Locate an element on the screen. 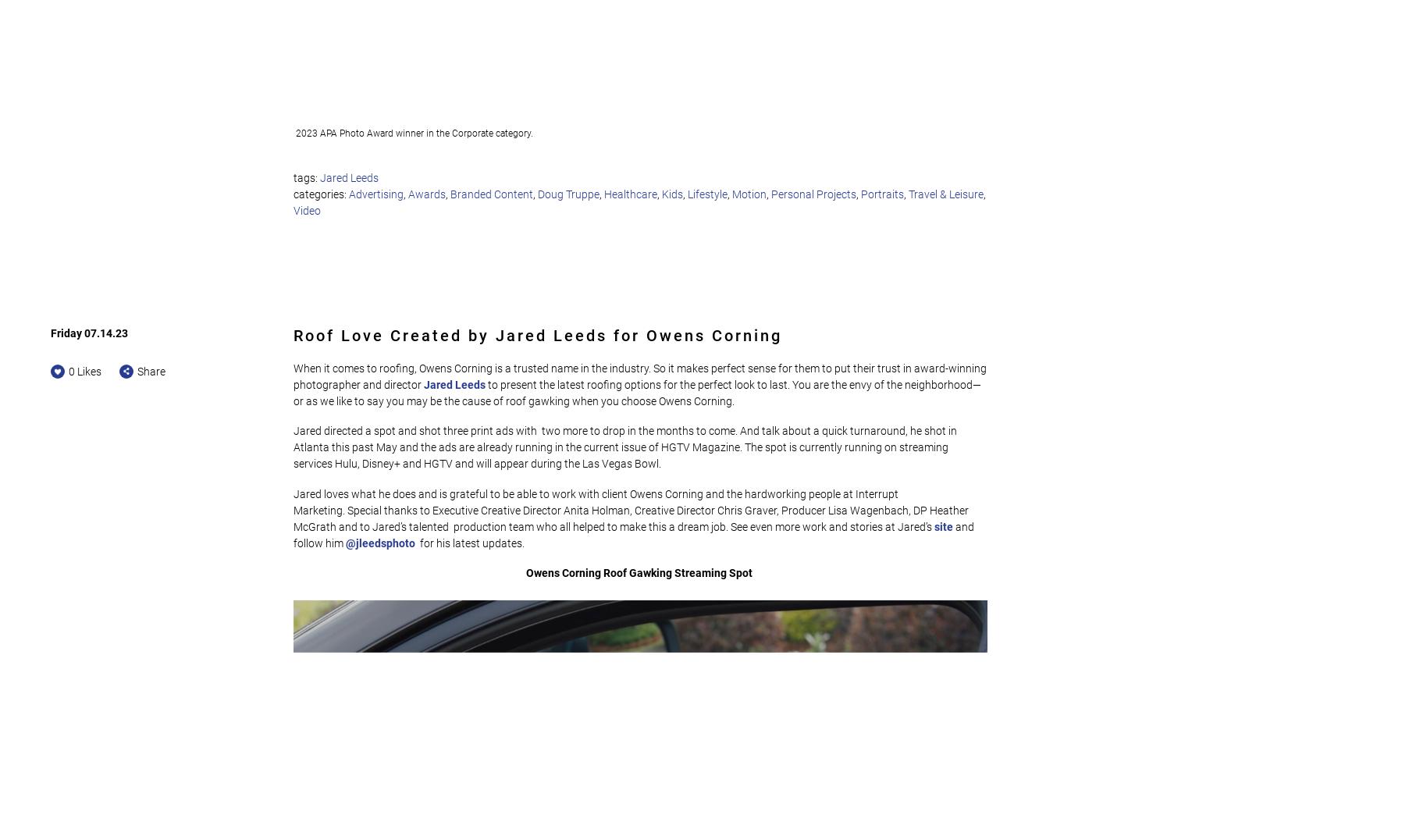  'Portraits' is located at coordinates (881, 194).